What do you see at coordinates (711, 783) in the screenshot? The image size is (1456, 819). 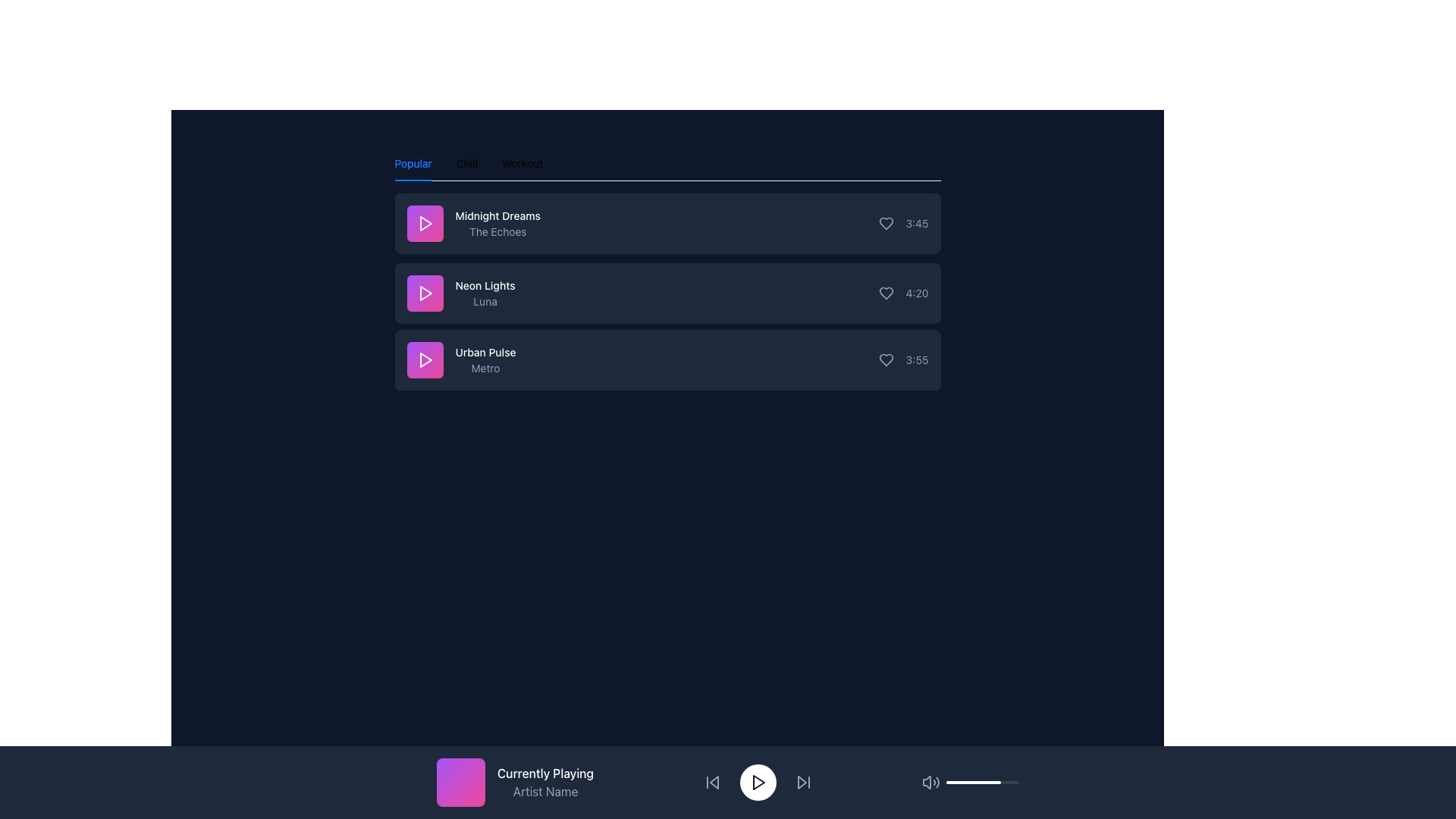 I see `the backward skip button, which is the first button in the playback control cluster, to skip to the previous track` at bounding box center [711, 783].